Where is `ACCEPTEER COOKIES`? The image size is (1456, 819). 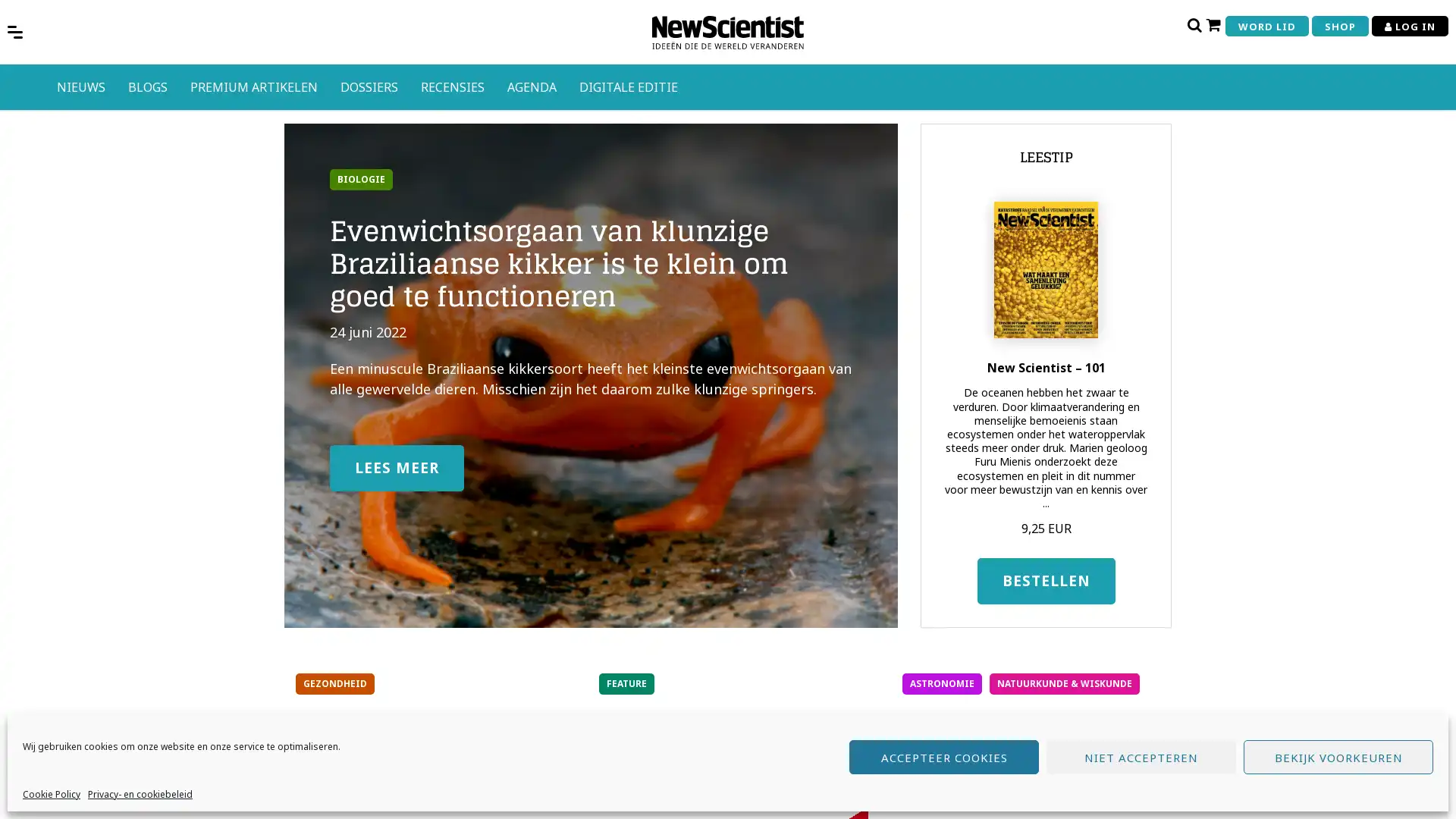
ACCEPTEER COOKIES is located at coordinates (943, 757).